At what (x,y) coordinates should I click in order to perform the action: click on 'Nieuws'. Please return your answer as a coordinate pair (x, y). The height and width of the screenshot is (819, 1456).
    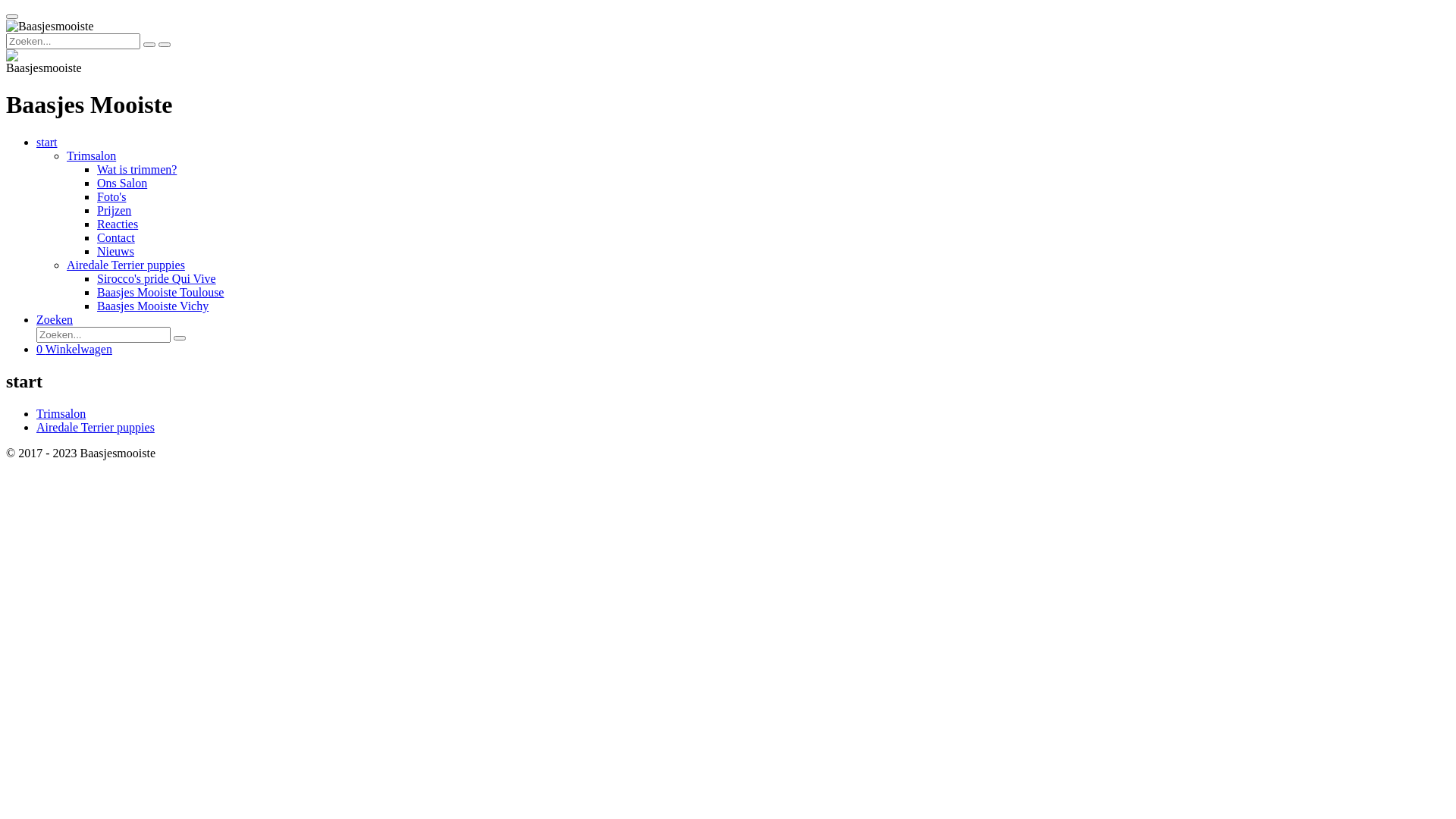
    Looking at the image, I should click on (115, 250).